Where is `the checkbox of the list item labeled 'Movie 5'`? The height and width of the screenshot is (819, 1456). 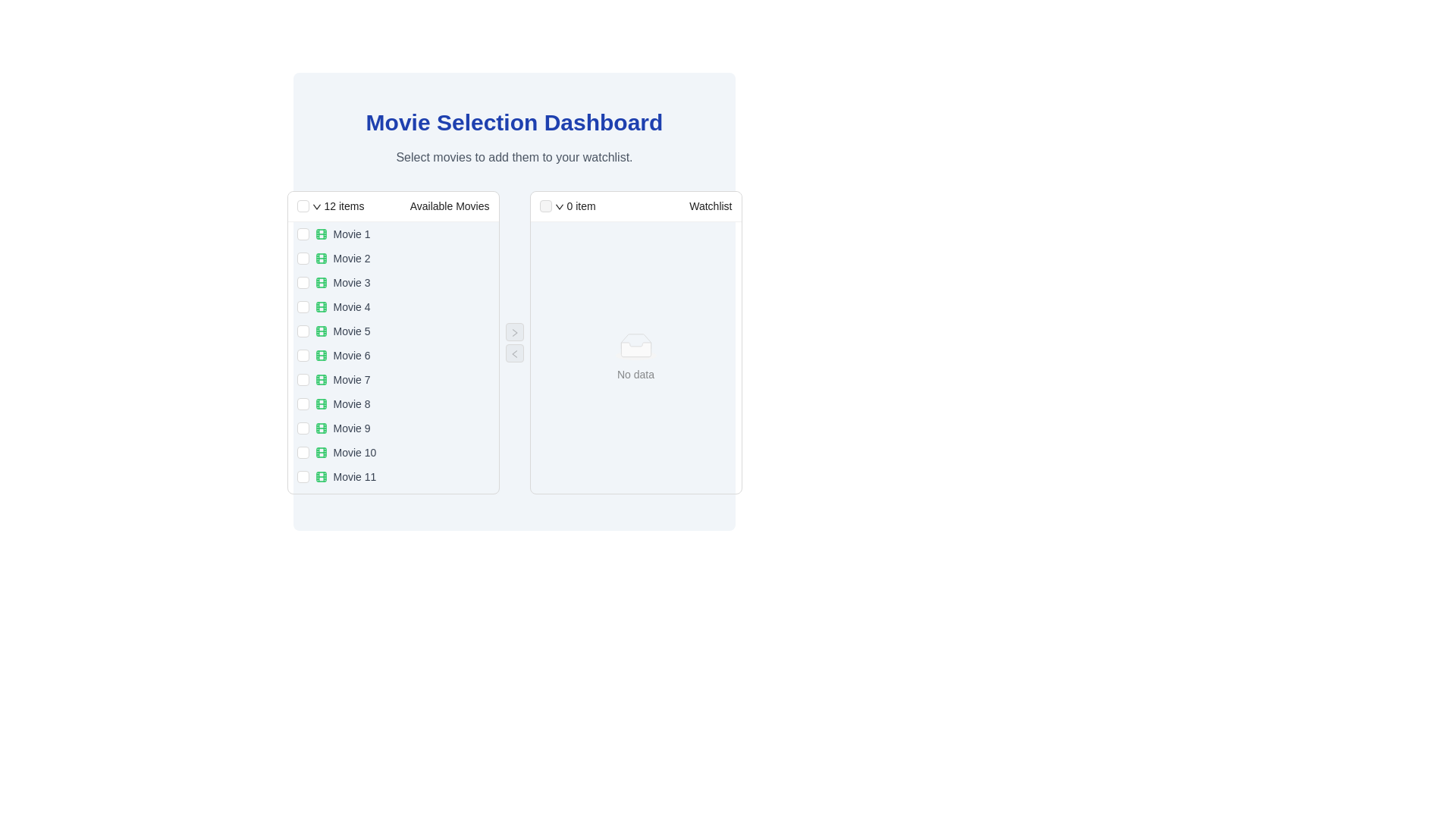 the checkbox of the list item labeled 'Movie 5' is located at coordinates (393, 330).